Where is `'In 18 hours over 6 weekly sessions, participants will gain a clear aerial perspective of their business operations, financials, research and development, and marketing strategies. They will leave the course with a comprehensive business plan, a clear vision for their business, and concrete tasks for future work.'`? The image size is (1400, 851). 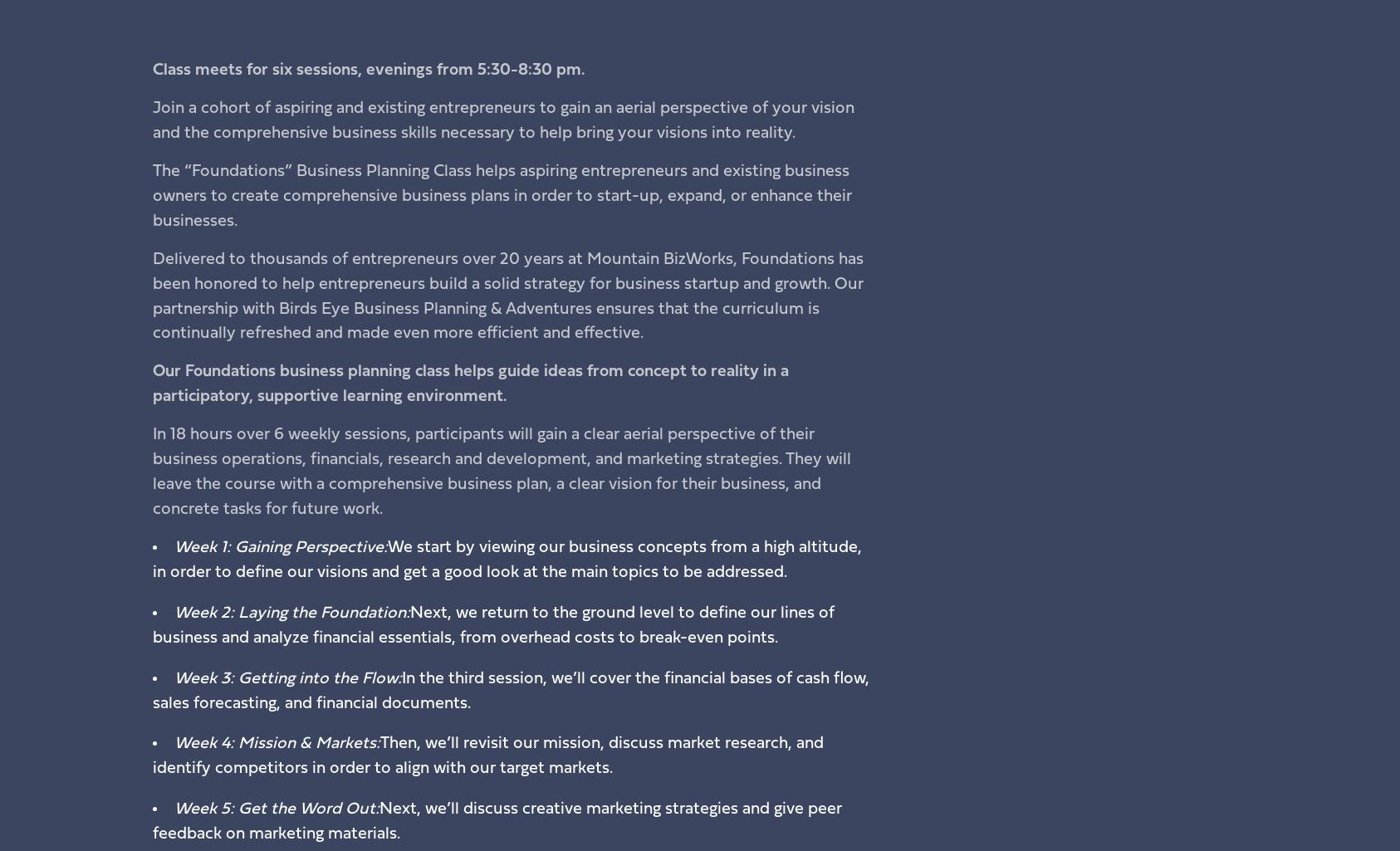 'In 18 hours over 6 weekly sessions, participants will gain a clear aerial perspective of their business operations, financials, research and development, and marketing strategies. They will leave the course with a comprehensive business plan, a clear vision for their business, and concrete tasks for future work.' is located at coordinates (500, 472).